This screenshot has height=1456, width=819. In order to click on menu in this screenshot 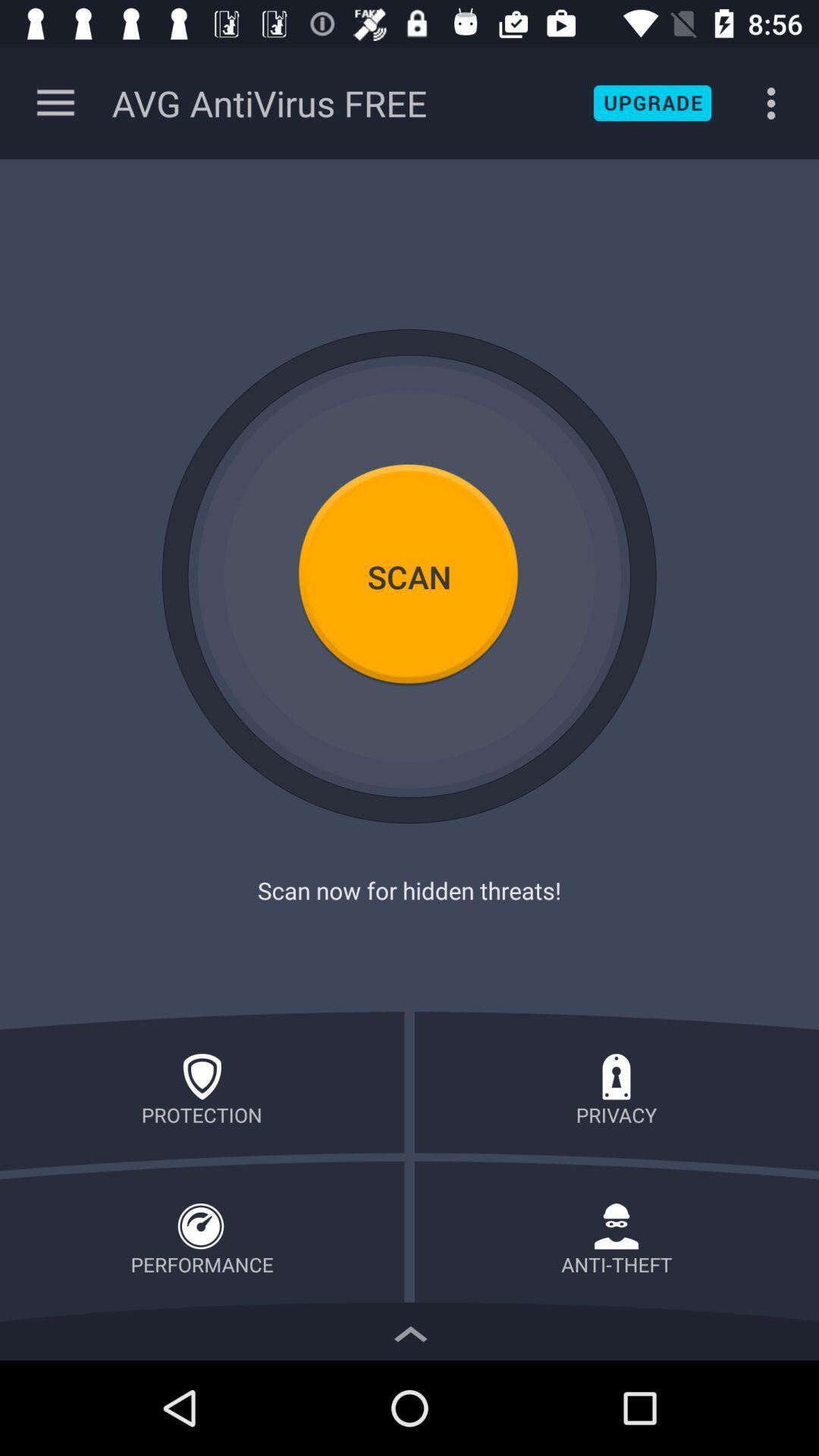, I will do `click(55, 102)`.